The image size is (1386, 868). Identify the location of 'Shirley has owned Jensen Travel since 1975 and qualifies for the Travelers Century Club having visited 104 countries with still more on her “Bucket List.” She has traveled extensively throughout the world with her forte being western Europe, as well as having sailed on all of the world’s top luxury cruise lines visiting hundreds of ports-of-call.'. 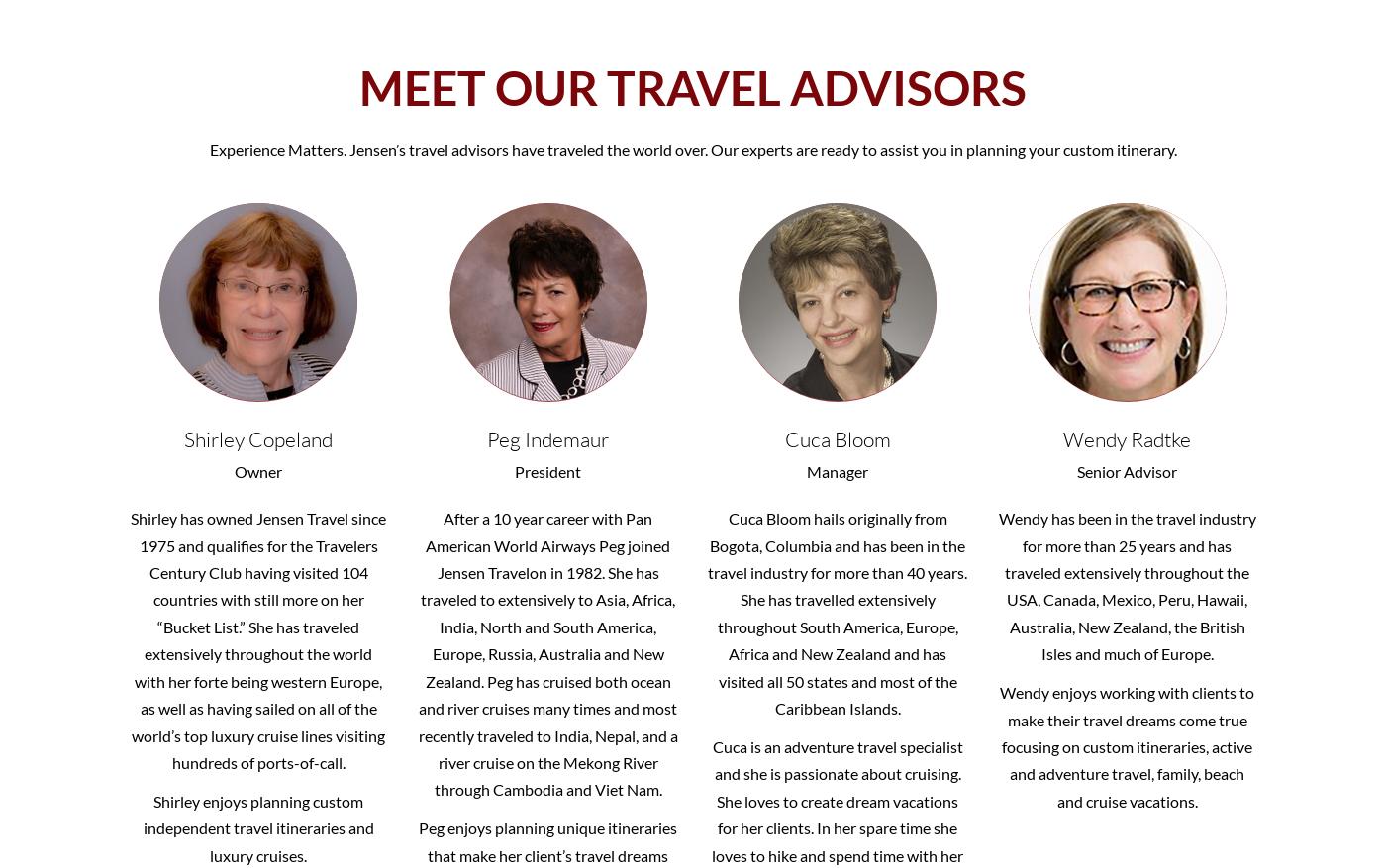
(257, 639).